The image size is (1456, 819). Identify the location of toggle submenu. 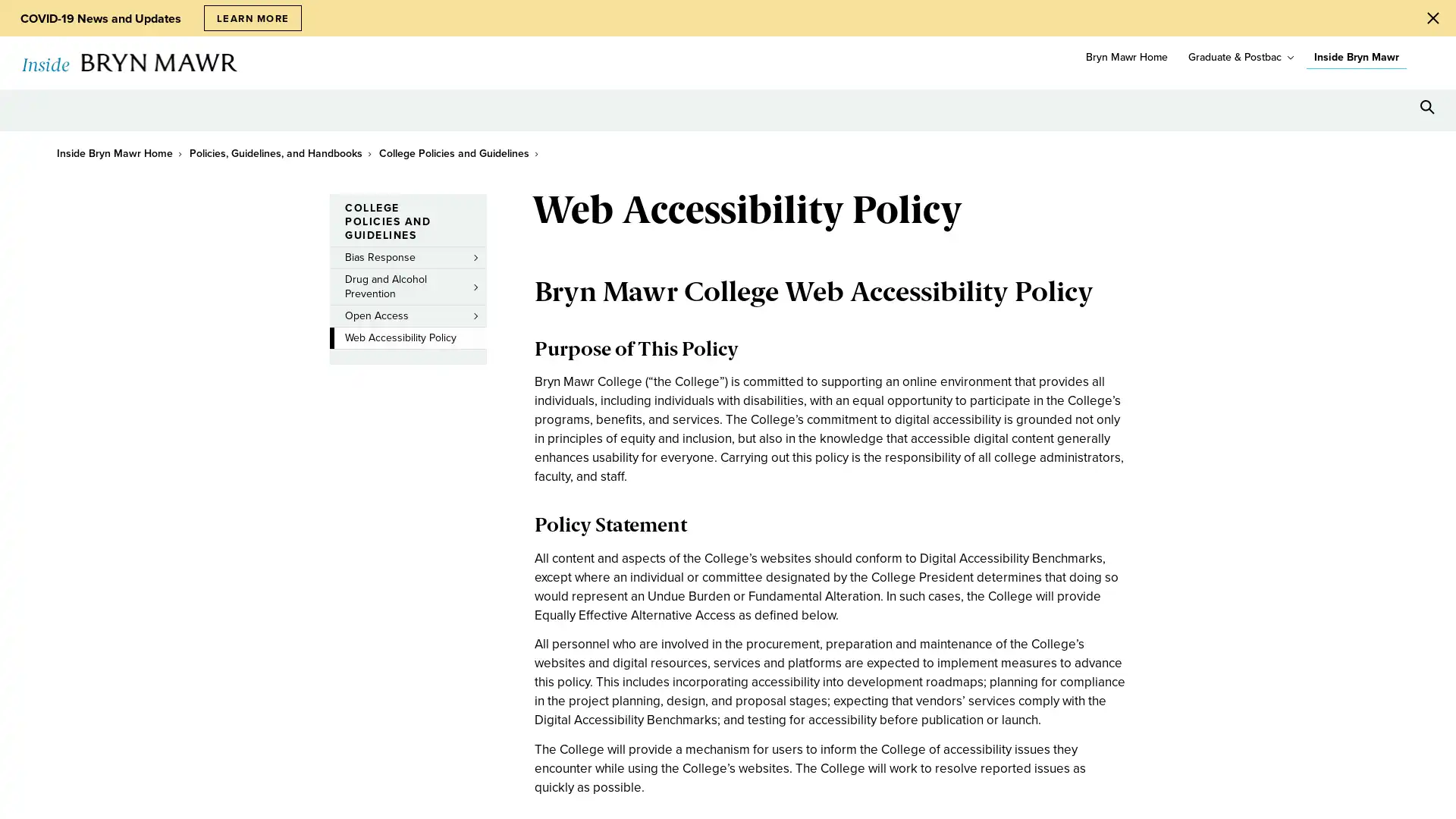
(424, 99).